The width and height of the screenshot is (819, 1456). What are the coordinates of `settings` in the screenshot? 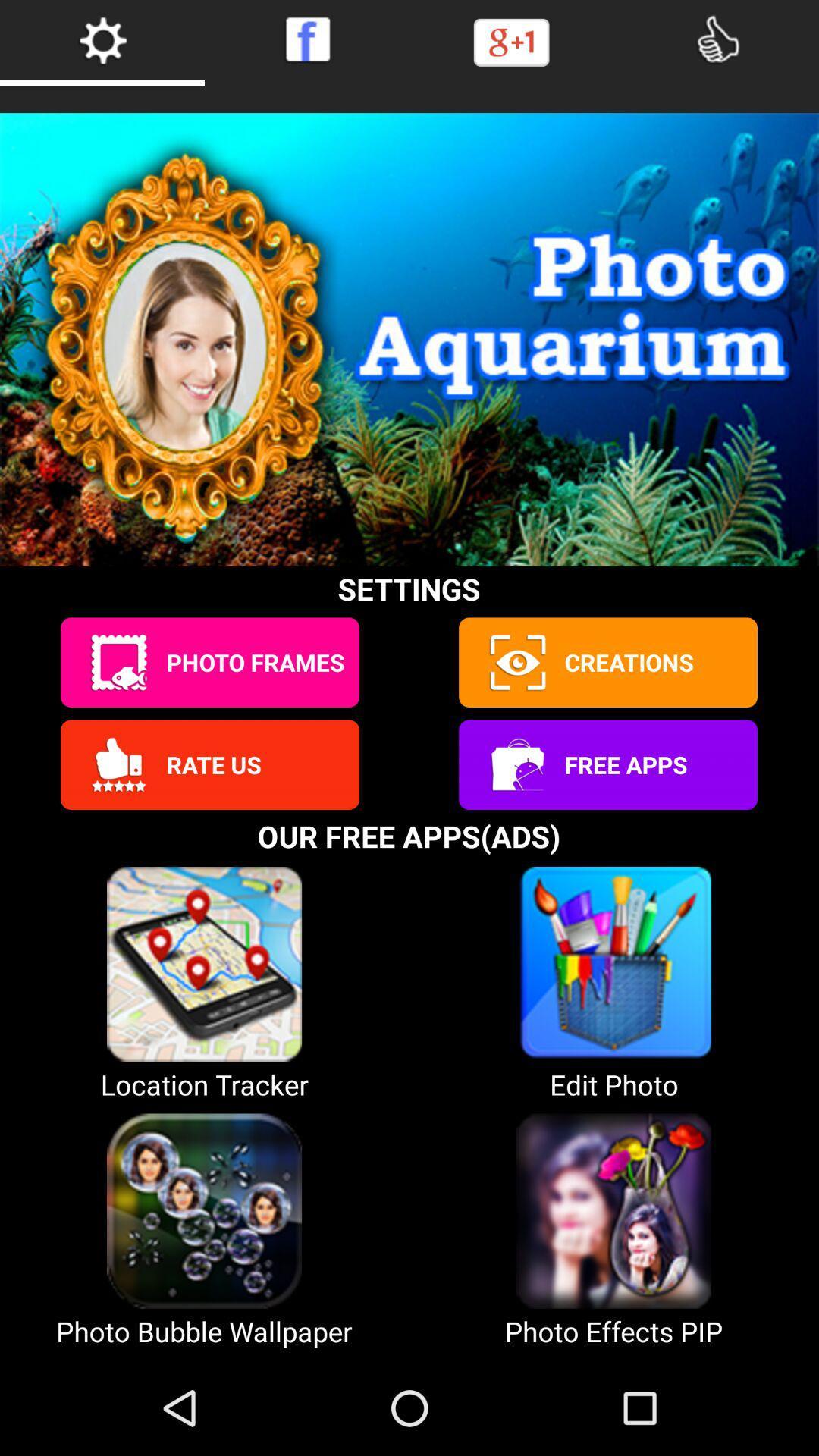 It's located at (102, 39).